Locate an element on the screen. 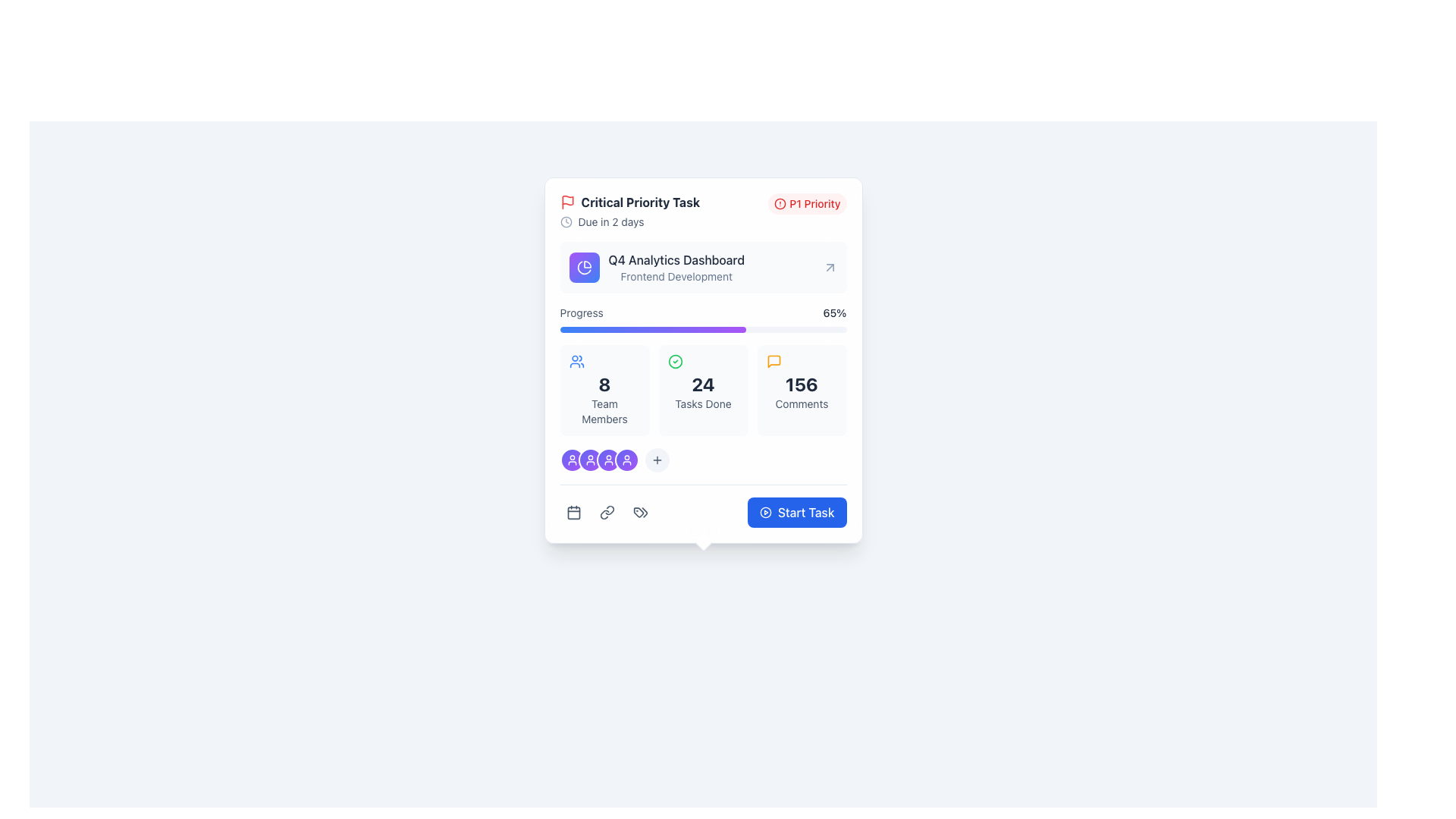  the circular button with a '+' icon, which is the last item in a horizontal list of user profile avatars is located at coordinates (657, 459).